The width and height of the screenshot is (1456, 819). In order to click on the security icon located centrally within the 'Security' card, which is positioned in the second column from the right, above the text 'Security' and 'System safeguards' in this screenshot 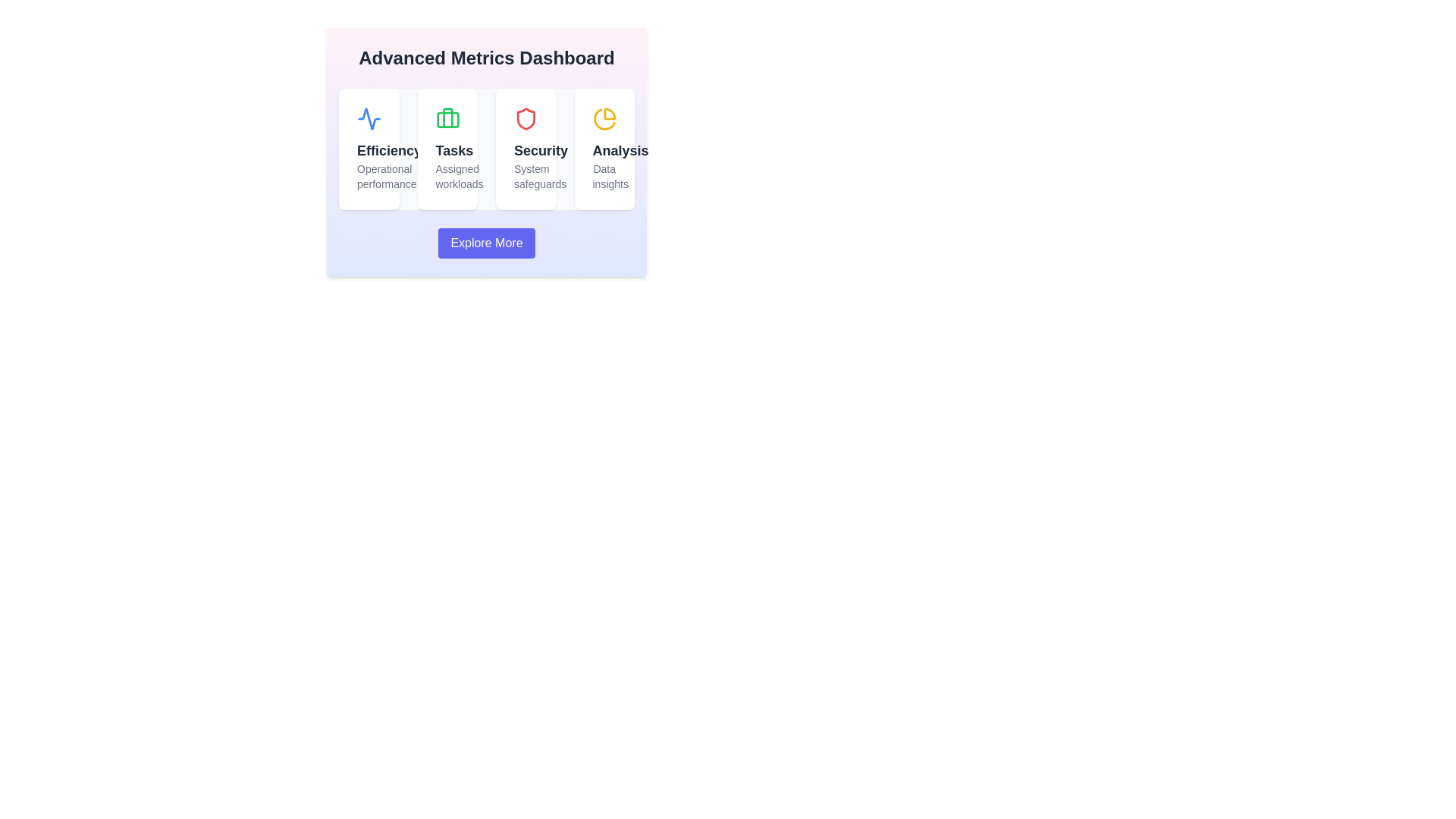, I will do `click(526, 118)`.